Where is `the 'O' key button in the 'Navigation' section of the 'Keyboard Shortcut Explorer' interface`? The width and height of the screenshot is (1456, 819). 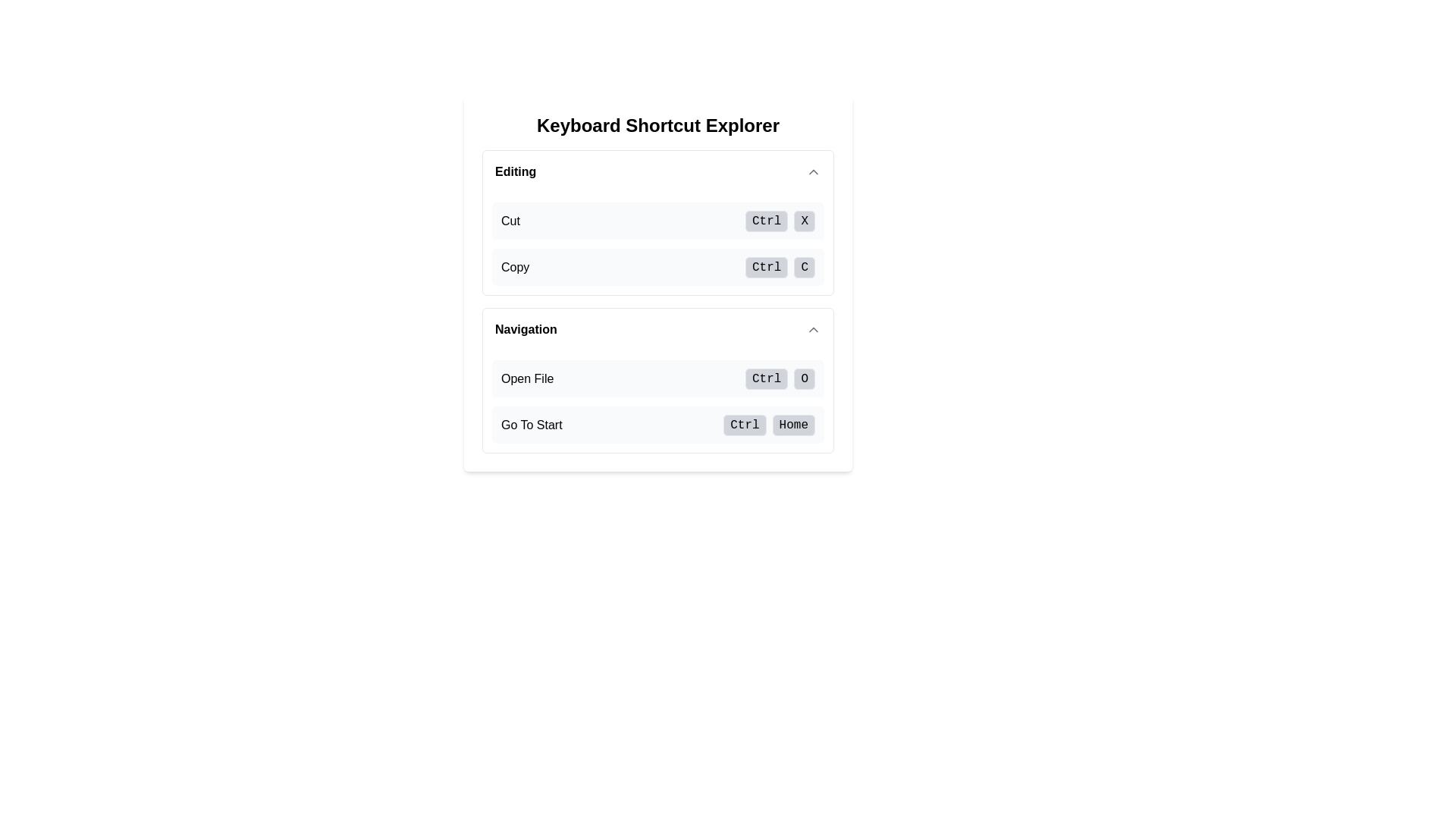
the 'O' key button in the 'Navigation' section of the 'Keyboard Shortcut Explorer' interface is located at coordinates (804, 378).